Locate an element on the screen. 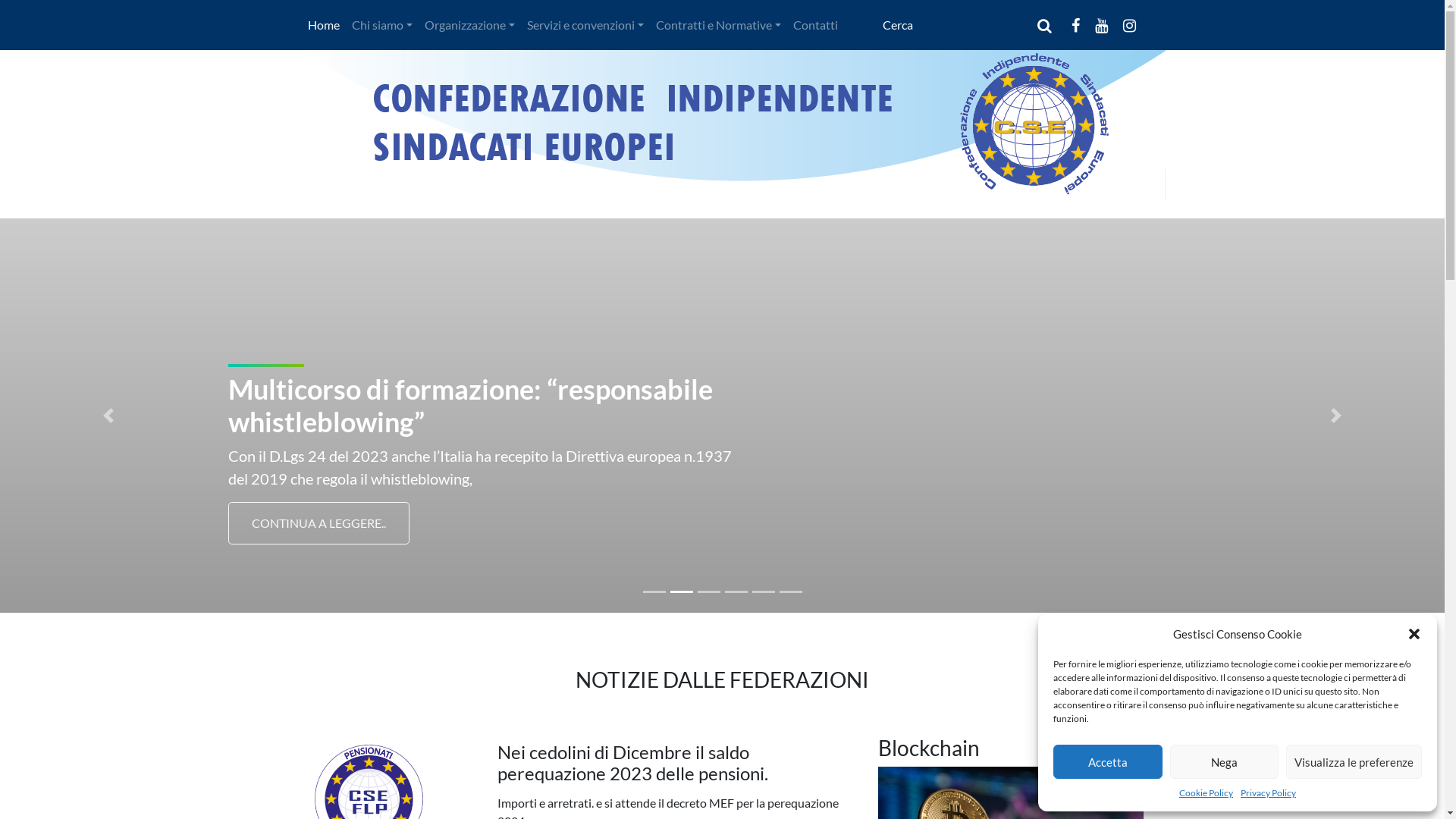  'Home' is located at coordinates (323, 25).